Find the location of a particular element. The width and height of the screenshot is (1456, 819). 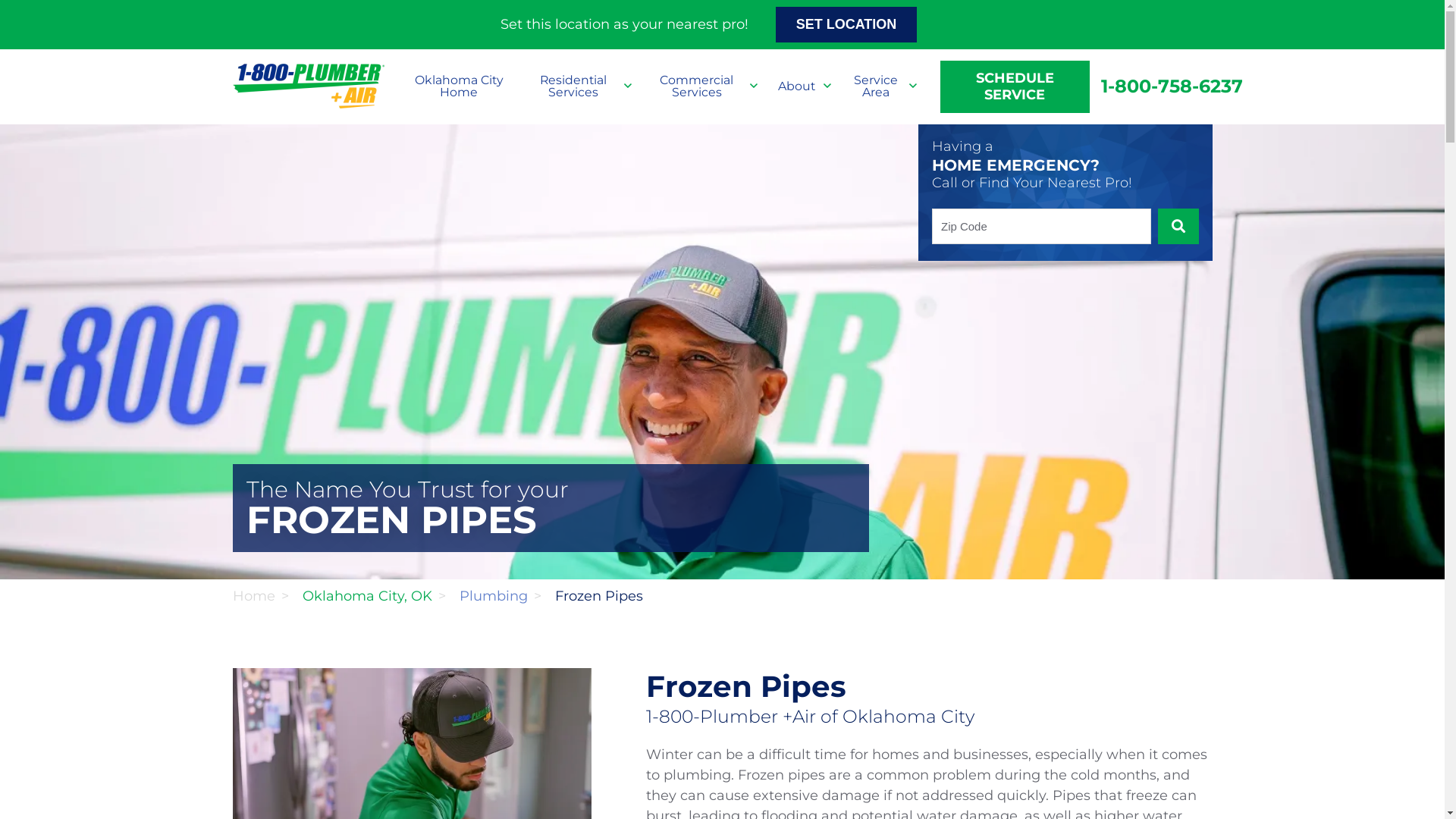

'Residential Services' is located at coordinates (578, 86).